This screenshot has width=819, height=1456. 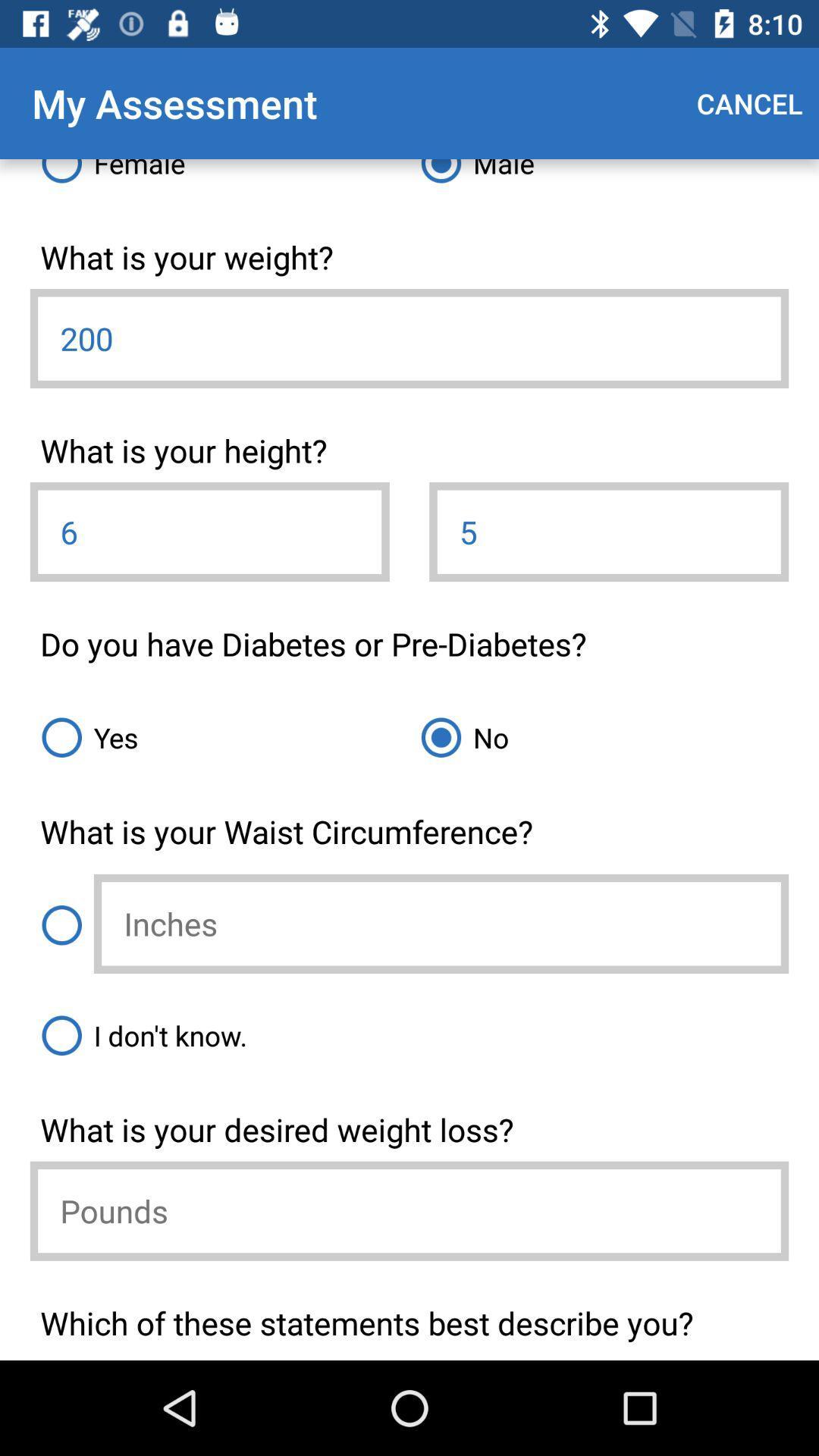 What do you see at coordinates (608, 532) in the screenshot?
I see `the item below the what is your item` at bounding box center [608, 532].